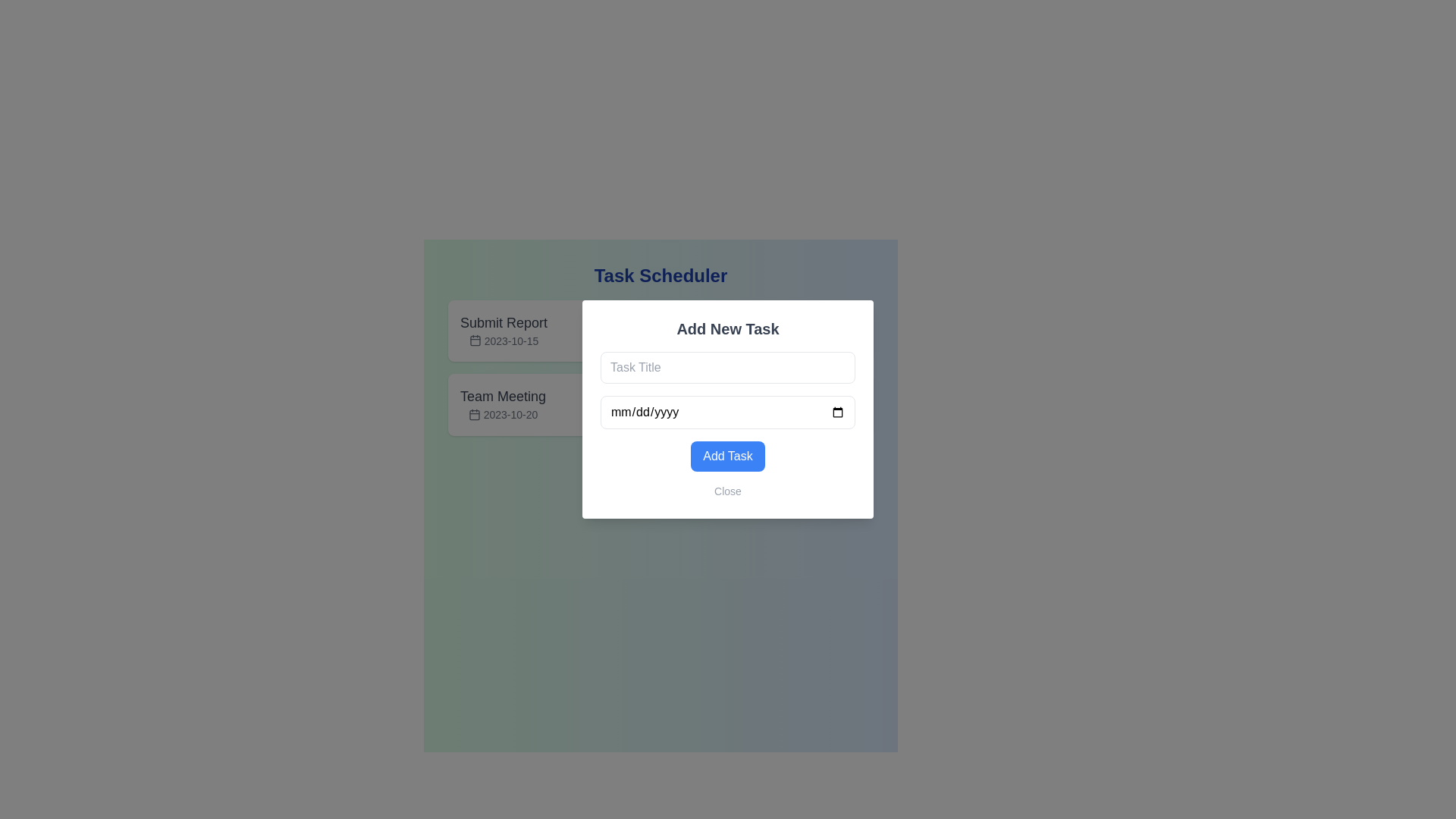 The width and height of the screenshot is (1456, 819). I want to click on the static textual display that shows a scheduled task with its title and associated date in the Task Scheduler section, so click(504, 330).